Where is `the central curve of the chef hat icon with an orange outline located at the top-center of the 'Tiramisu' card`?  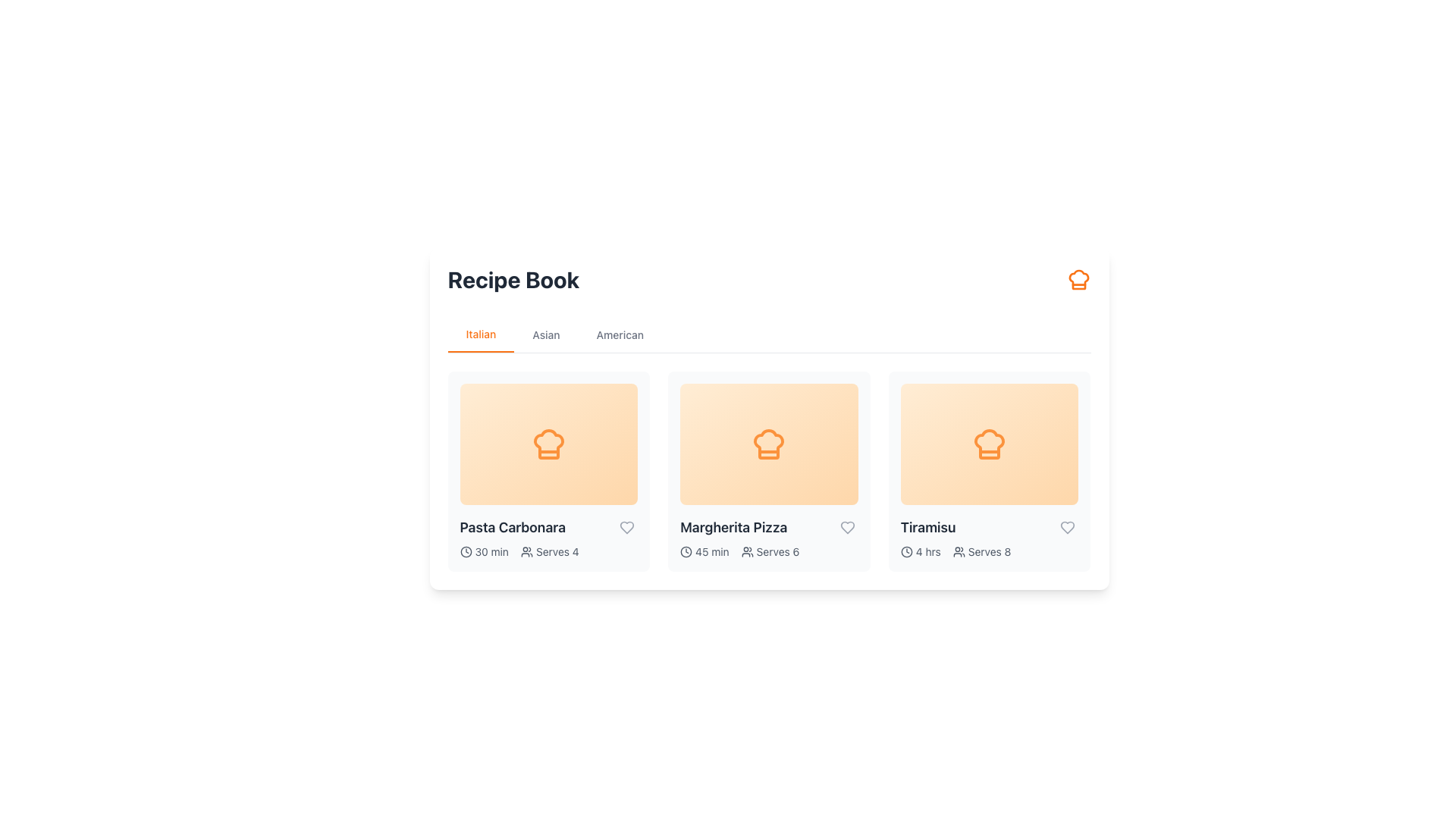 the central curve of the chef hat icon with an orange outline located at the top-center of the 'Tiramisu' card is located at coordinates (1078, 280).